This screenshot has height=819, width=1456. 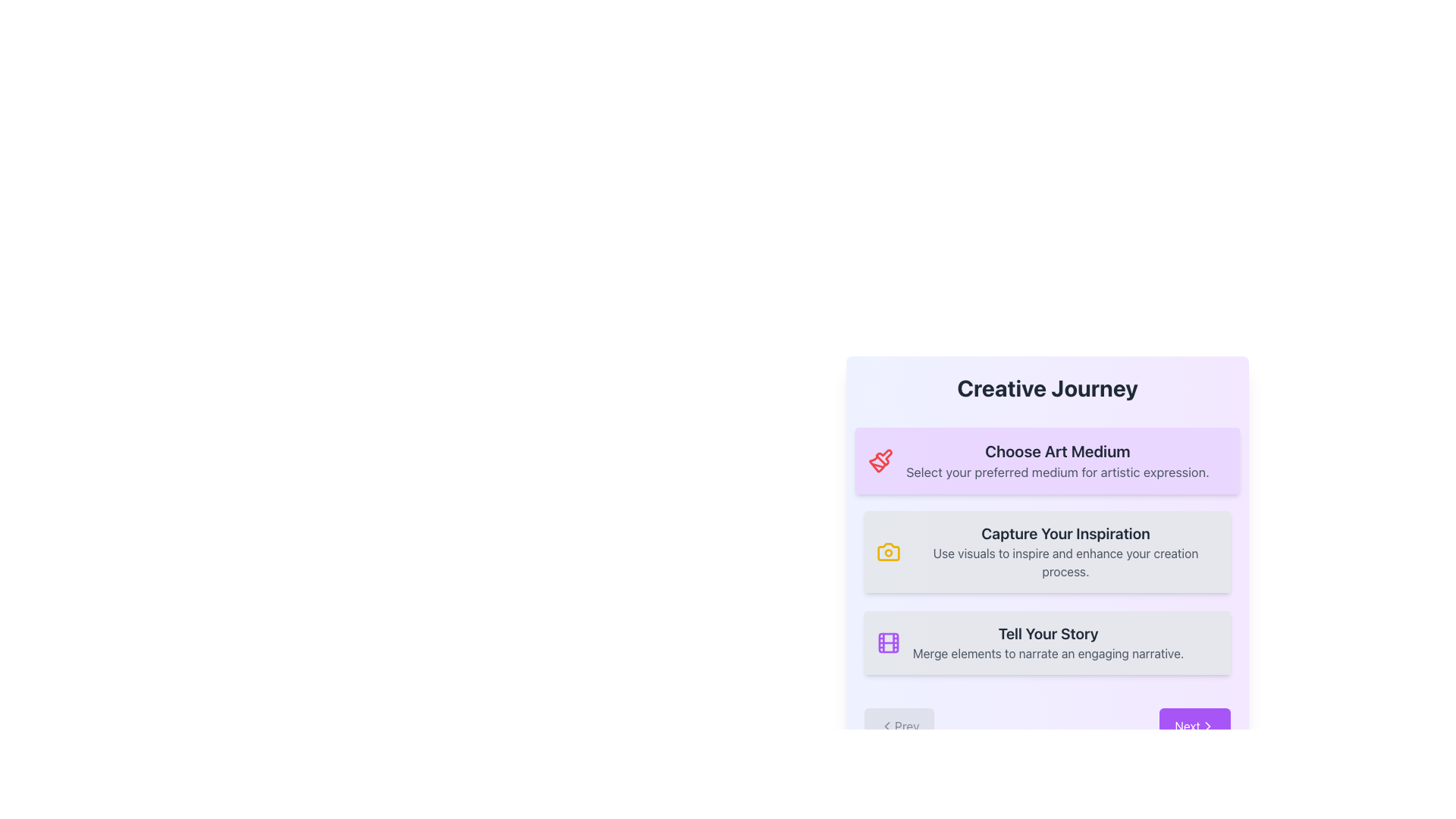 I want to click on text-based descriptive block that prompts the user to 'Choose Art Medium' and provides further guidance on selecting a preferred medium for artistic expression, so click(x=1056, y=460).